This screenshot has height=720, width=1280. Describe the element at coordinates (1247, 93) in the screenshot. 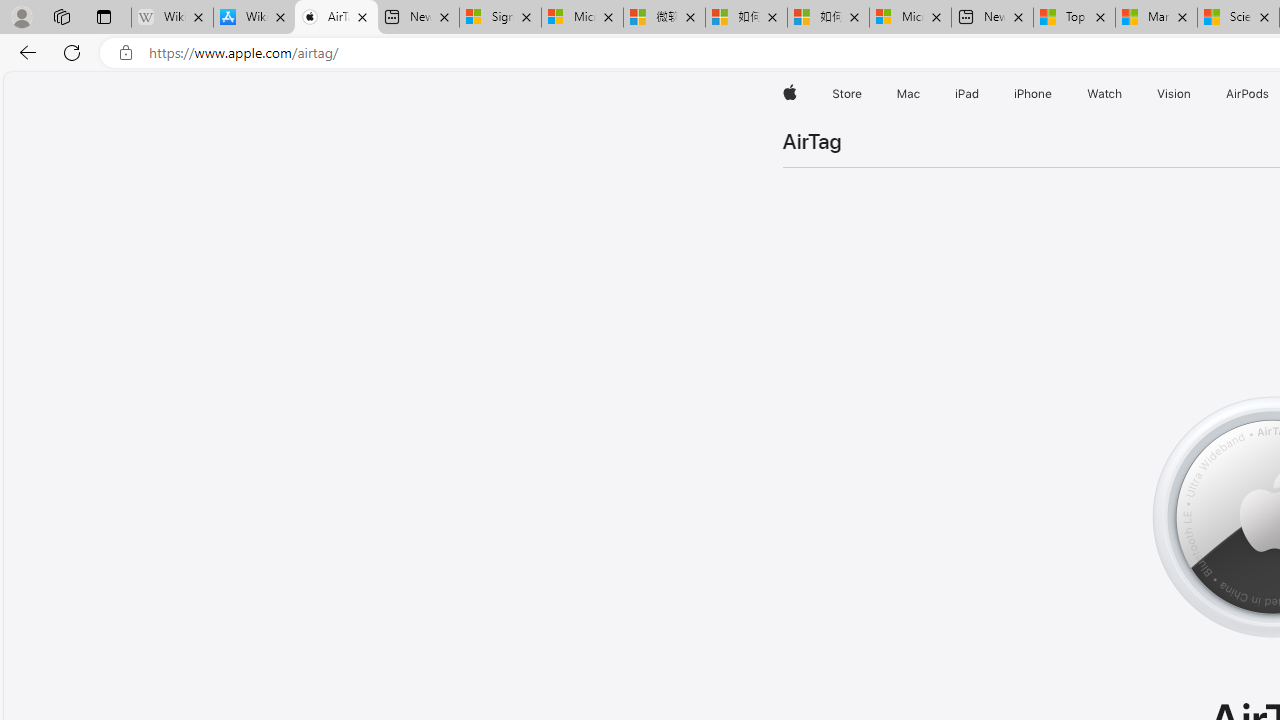

I see `'AirPods'` at that location.